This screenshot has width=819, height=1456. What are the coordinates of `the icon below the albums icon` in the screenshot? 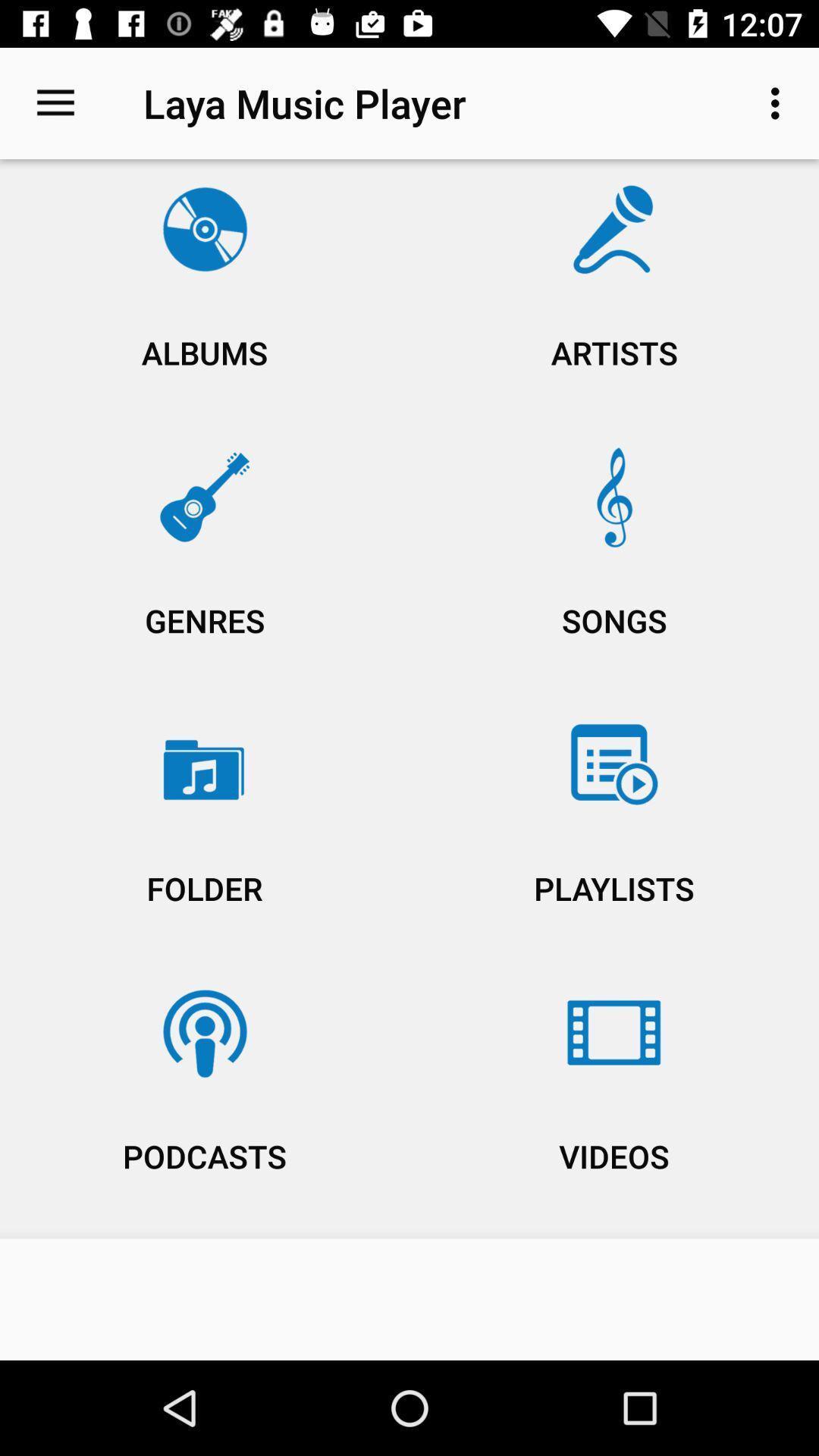 It's located at (205, 564).